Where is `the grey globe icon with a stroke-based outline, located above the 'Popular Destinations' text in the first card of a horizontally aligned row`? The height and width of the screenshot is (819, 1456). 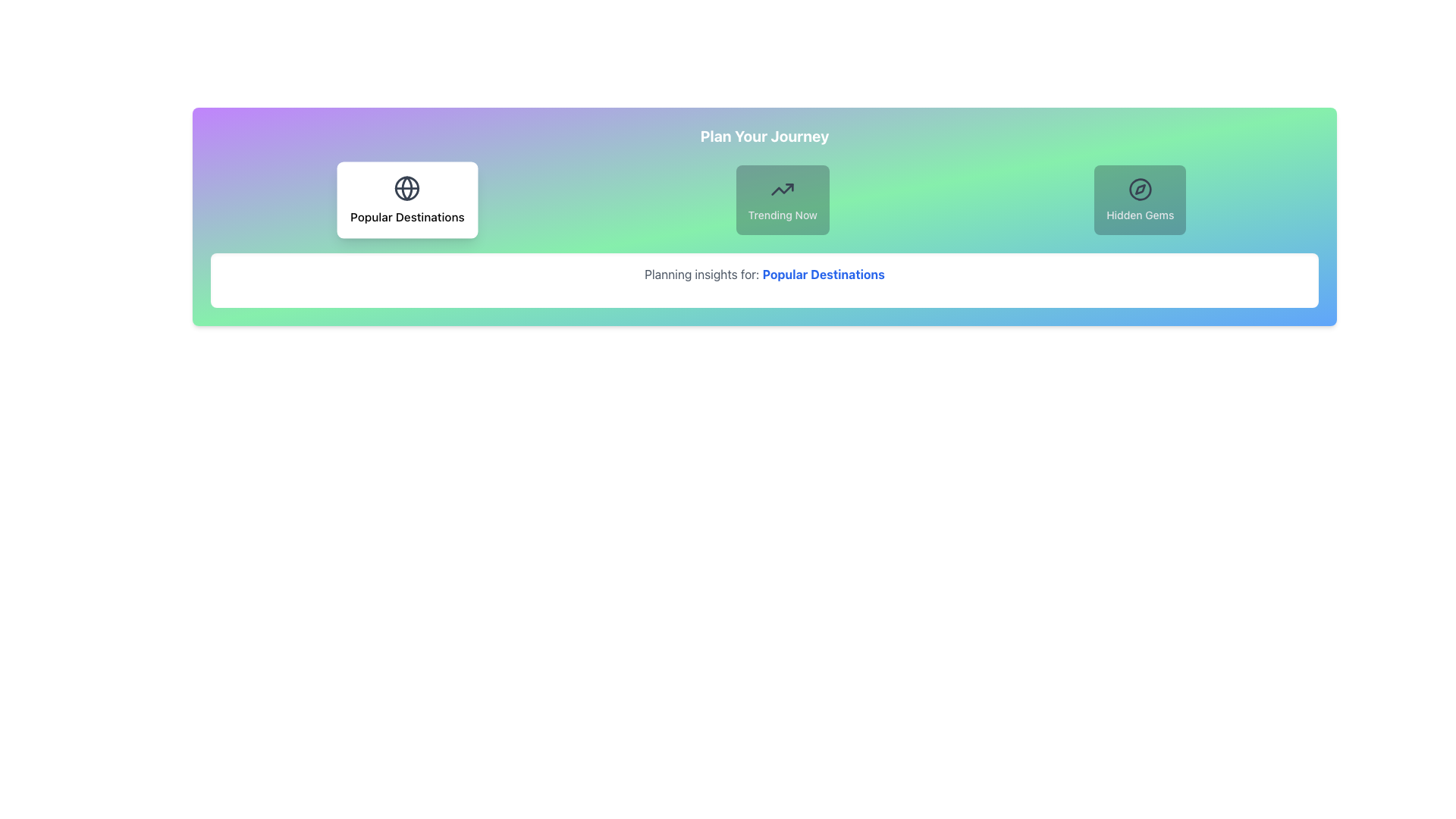 the grey globe icon with a stroke-based outline, located above the 'Popular Destinations' text in the first card of a horizontally aligned row is located at coordinates (407, 187).